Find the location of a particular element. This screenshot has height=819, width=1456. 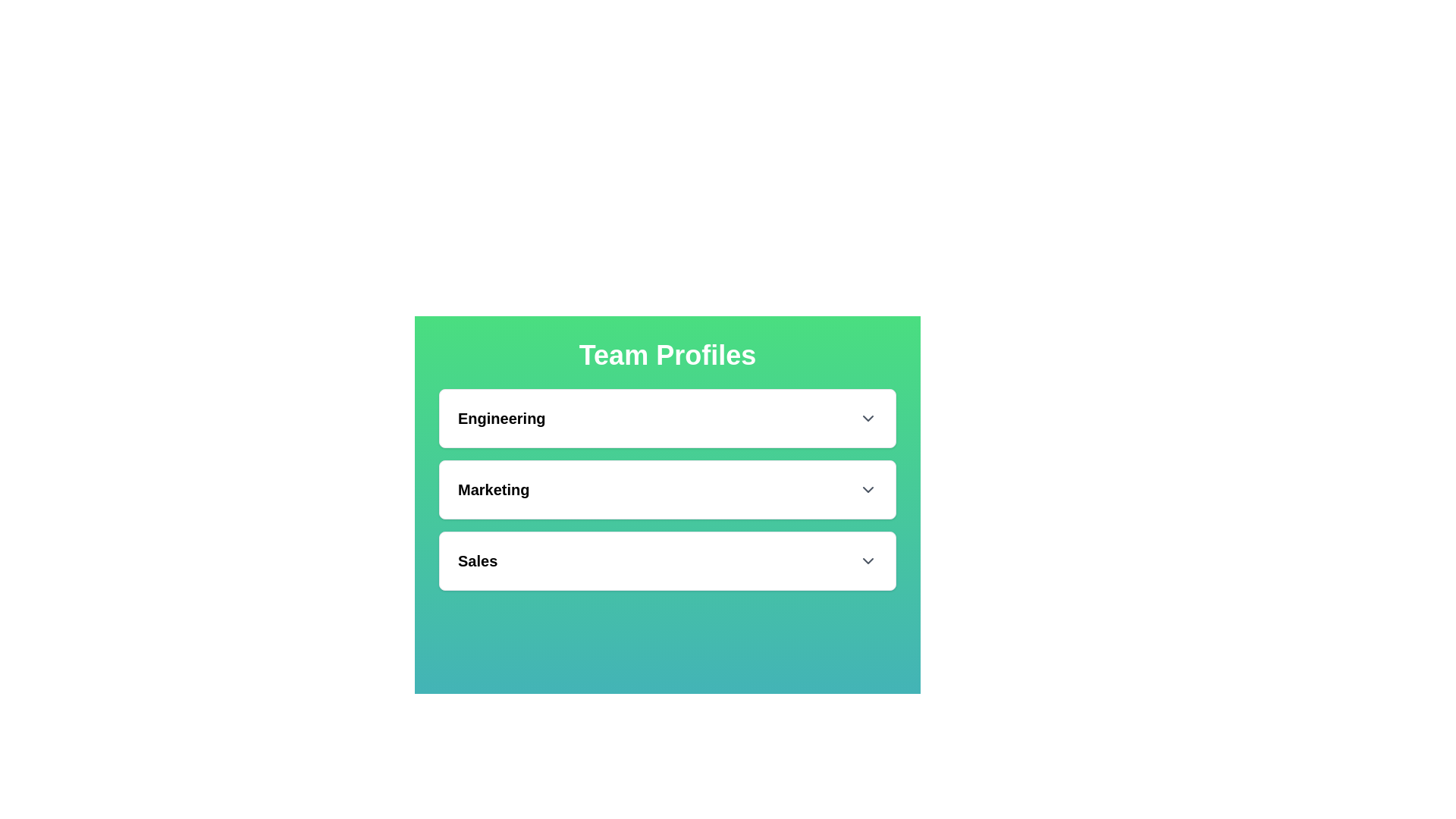

the second item in the dropdown menu under 'Team Profiles' is located at coordinates (667, 489).